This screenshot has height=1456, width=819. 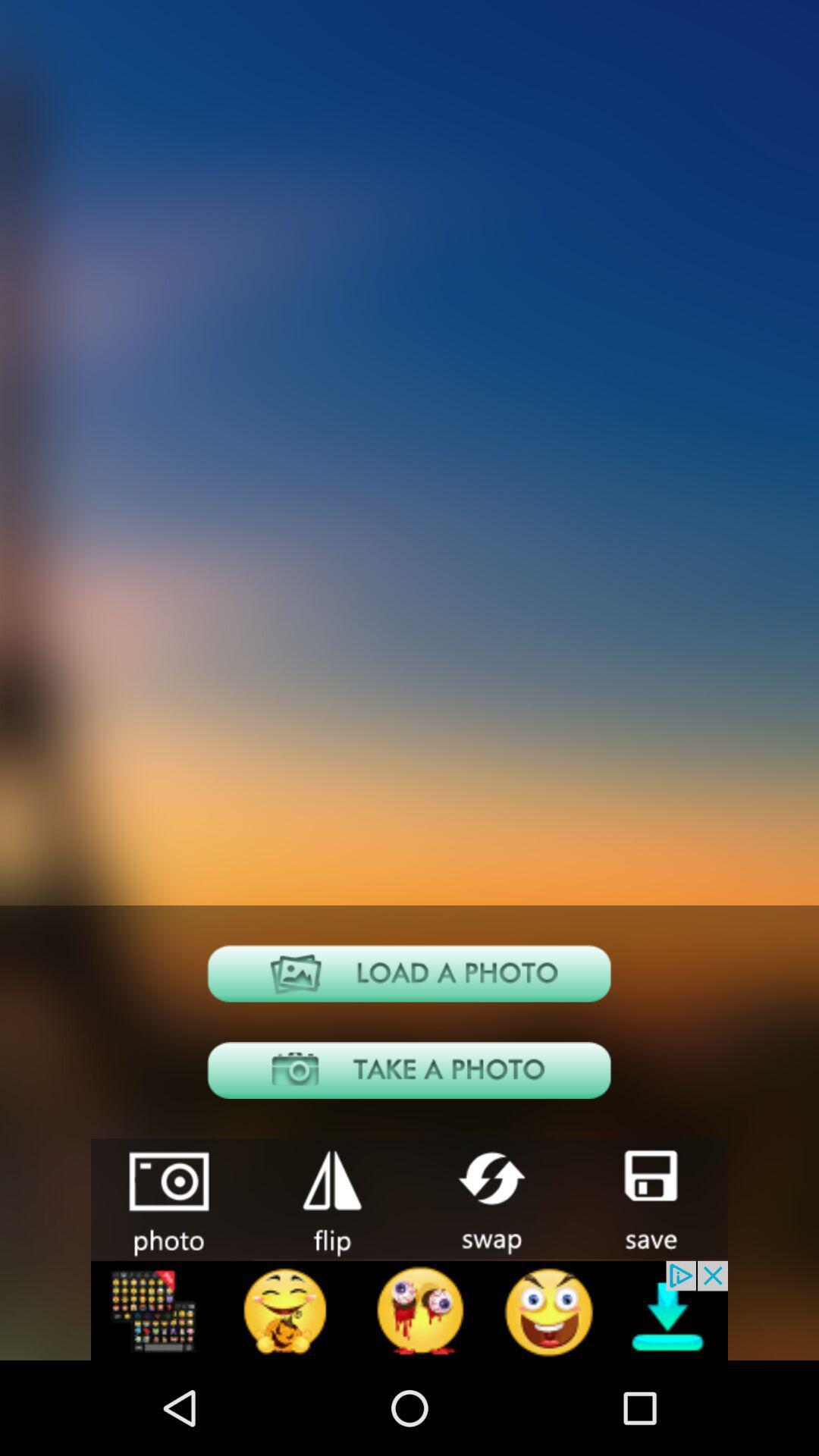 What do you see at coordinates (648, 1197) in the screenshot?
I see `save` at bounding box center [648, 1197].